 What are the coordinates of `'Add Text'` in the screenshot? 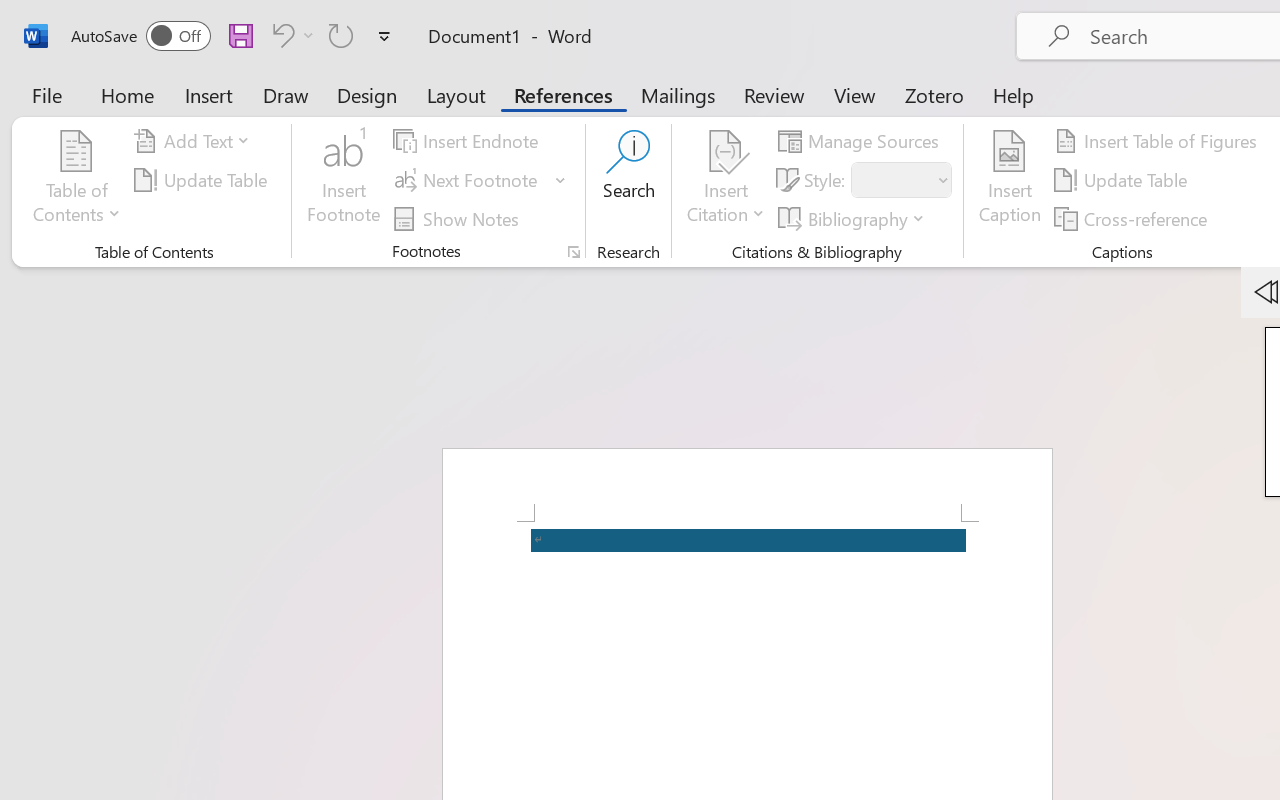 It's located at (195, 141).